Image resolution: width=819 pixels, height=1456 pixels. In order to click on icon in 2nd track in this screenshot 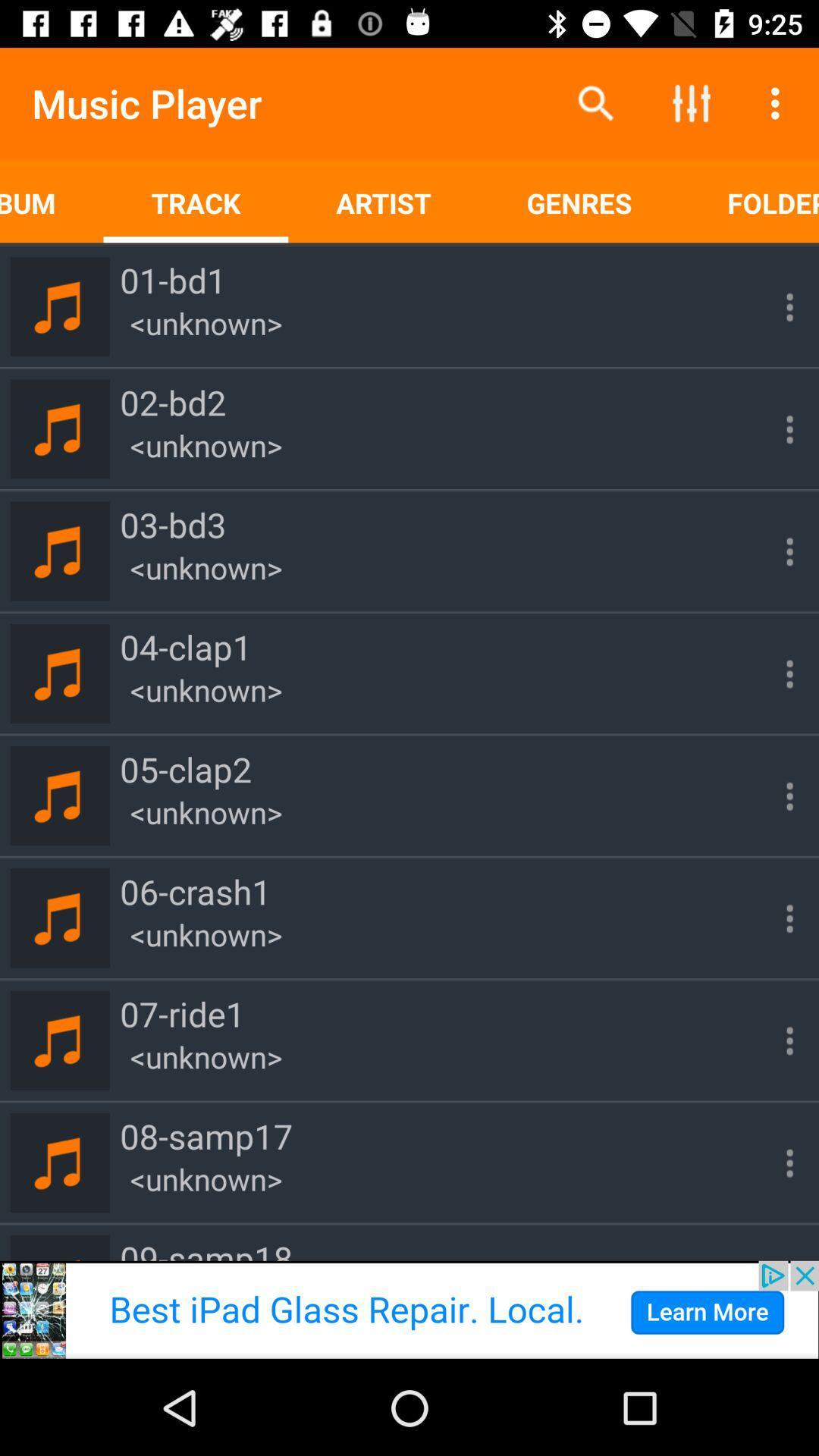, I will do `click(775, 428)`.